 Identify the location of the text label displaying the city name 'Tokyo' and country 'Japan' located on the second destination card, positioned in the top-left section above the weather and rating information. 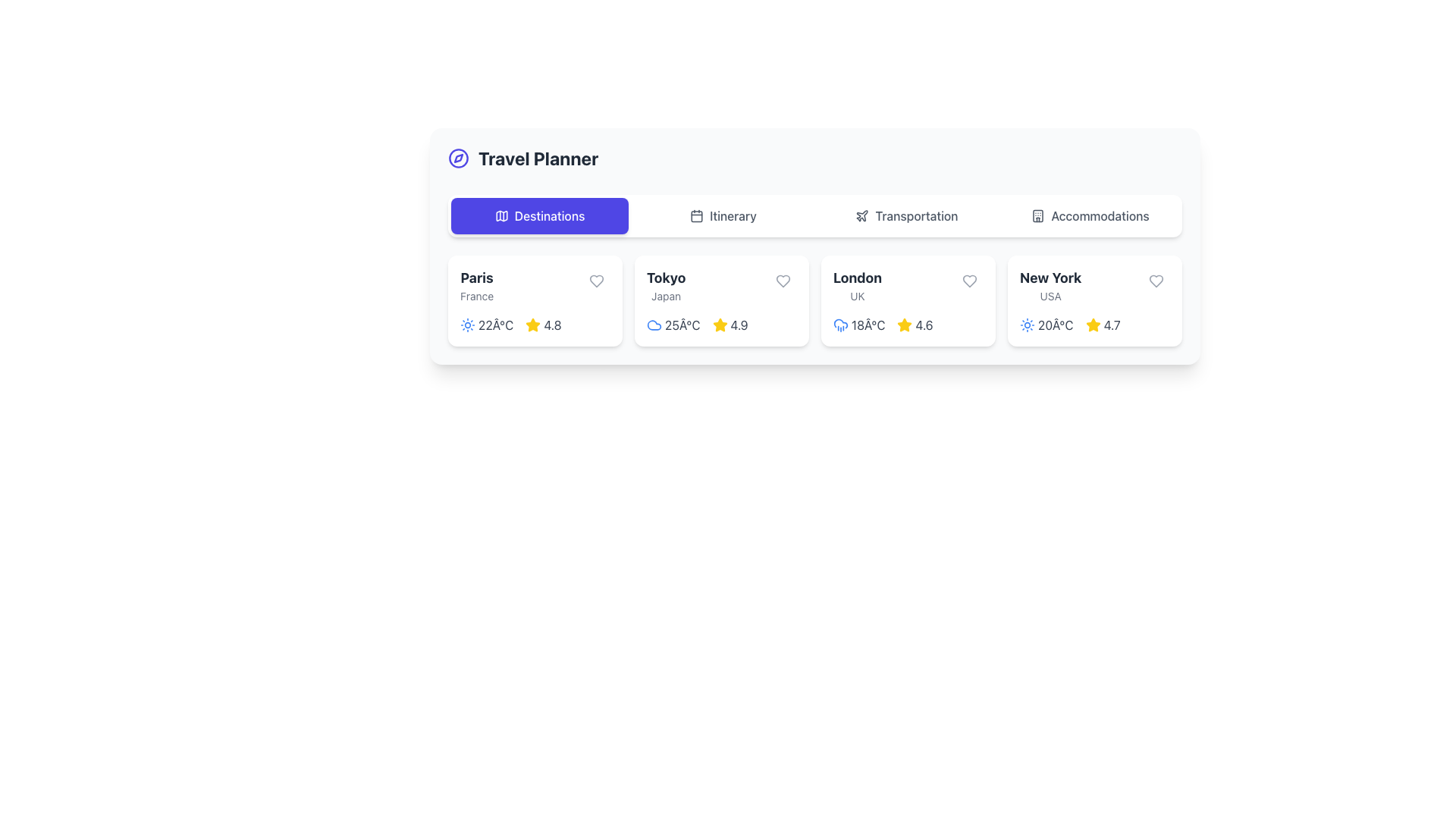
(666, 286).